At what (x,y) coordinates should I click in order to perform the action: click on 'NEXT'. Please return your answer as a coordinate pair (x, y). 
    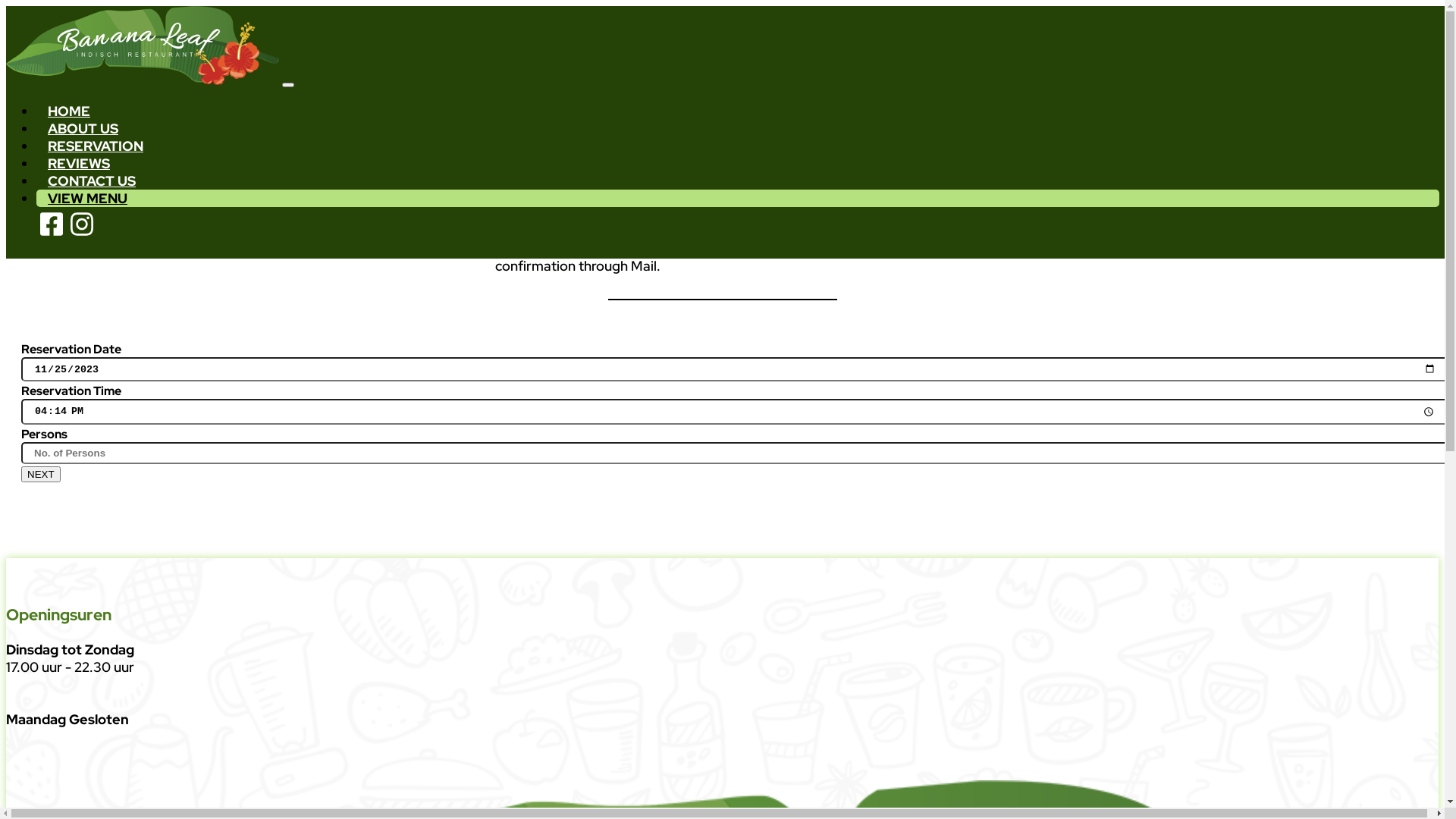
    Looking at the image, I should click on (40, 473).